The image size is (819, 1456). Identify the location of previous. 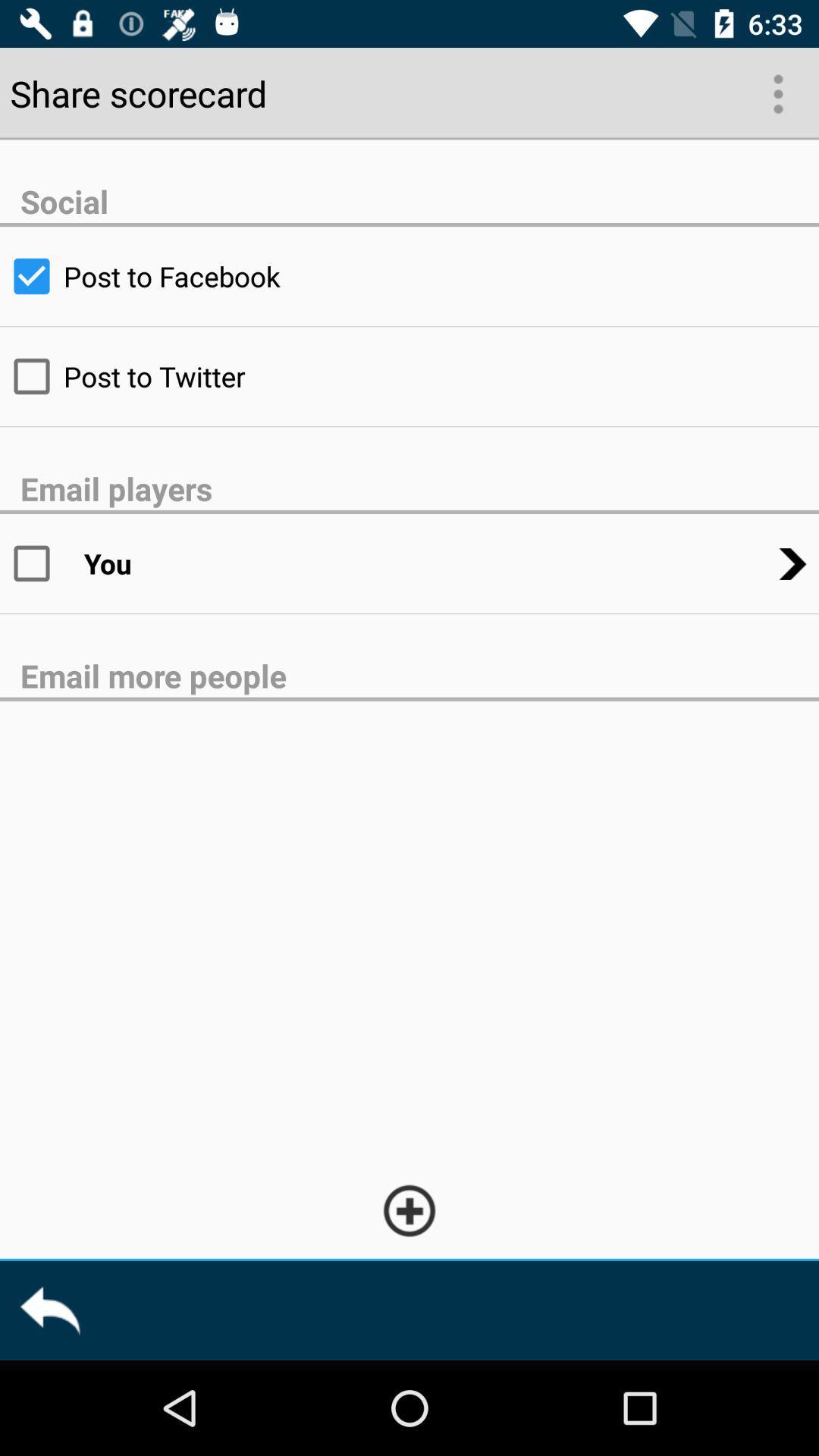
(49, 1310).